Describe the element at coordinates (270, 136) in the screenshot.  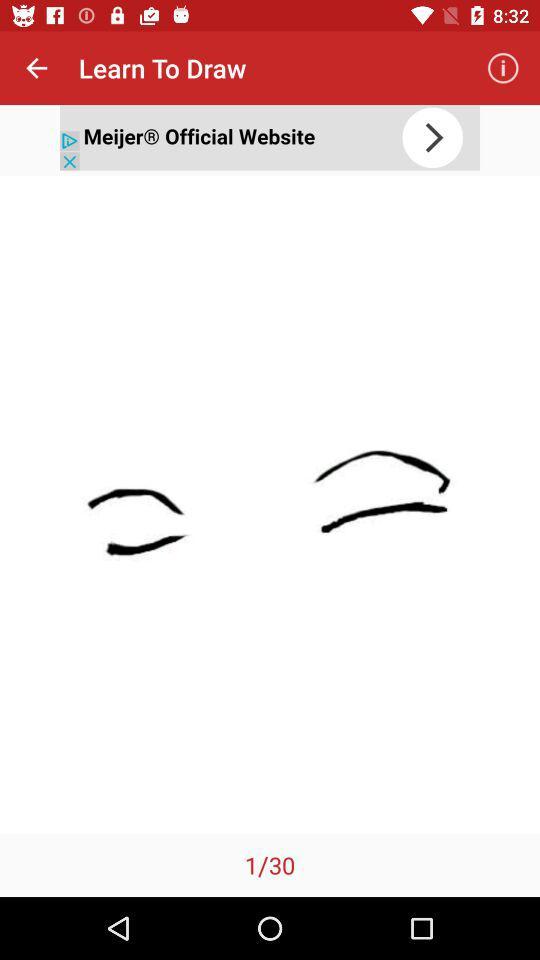
I see `google advertisements` at that location.